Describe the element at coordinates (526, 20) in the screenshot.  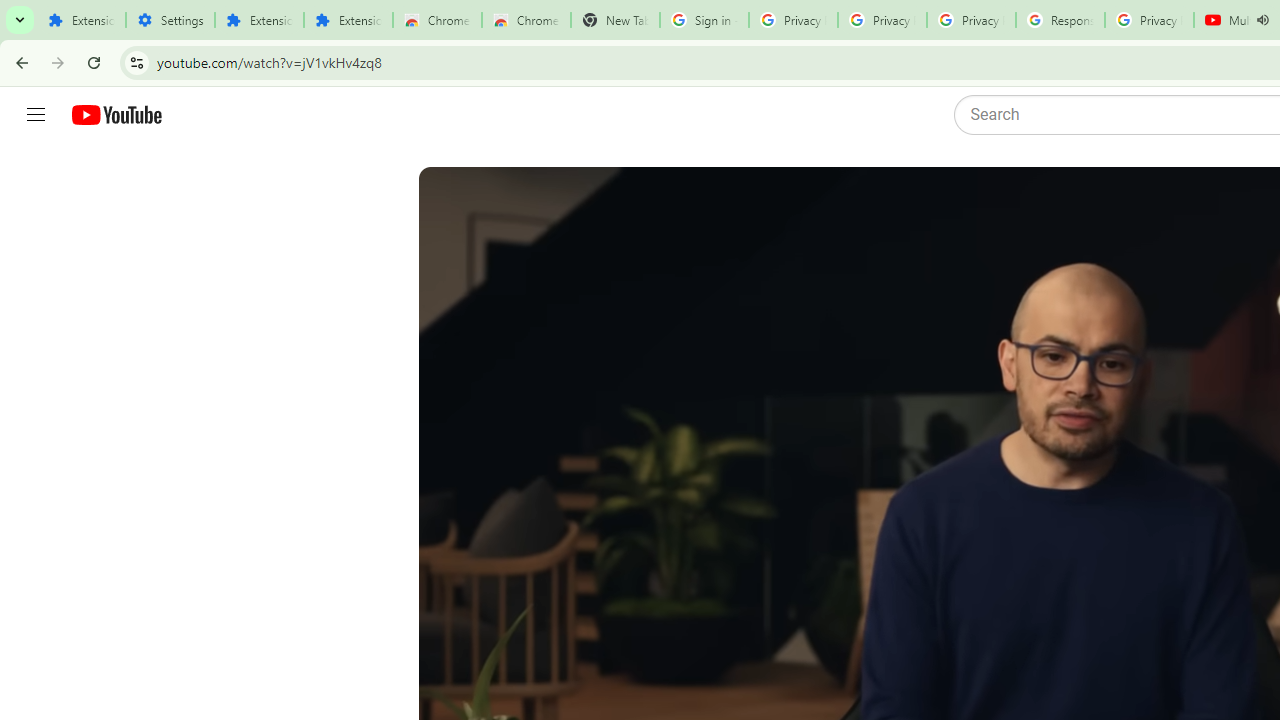
I see `'Chrome Web Store - Themes'` at that location.